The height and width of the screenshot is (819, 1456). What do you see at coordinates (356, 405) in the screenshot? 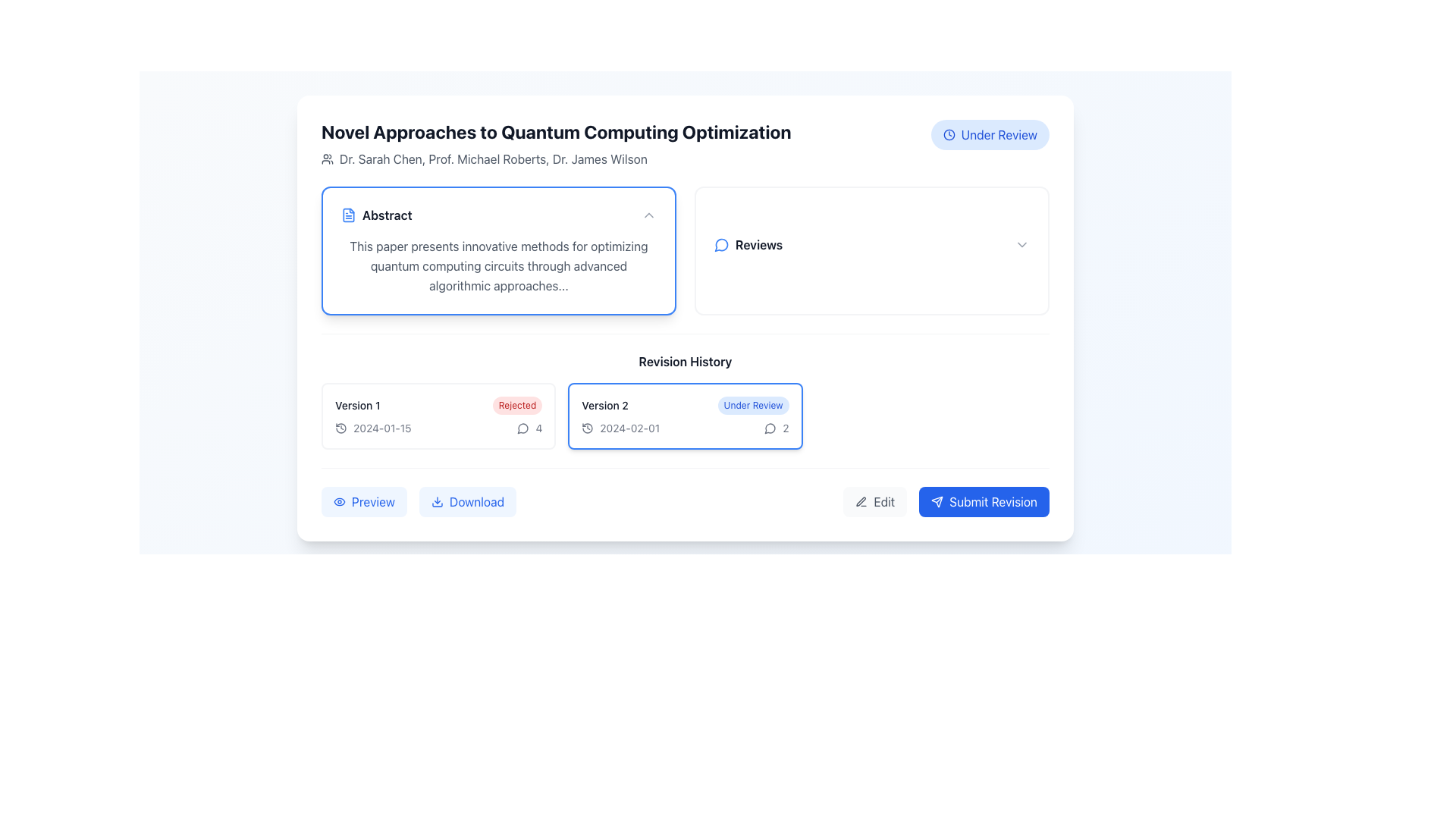
I see `the 'Version 1' text label in the 'Revision History' section, which indicates the document's version and is positioned next to the 'Rejected' status indicator` at bounding box center [356, 405].